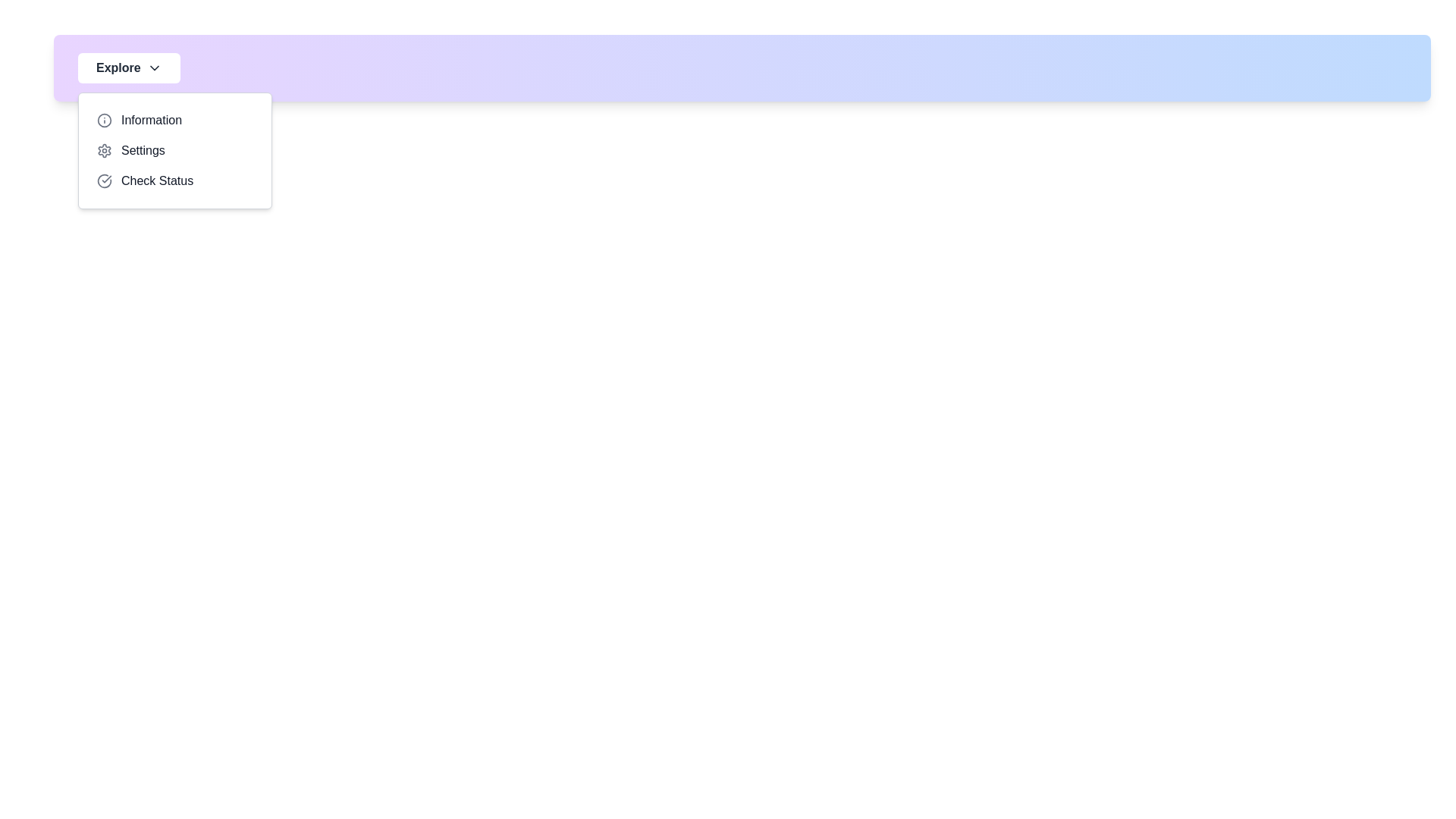 The image size is (1456, 819). Describe the element at coordinates (104, 151) in the screenshot. I see `the icon of Settings to trigger its feedback` at that location.